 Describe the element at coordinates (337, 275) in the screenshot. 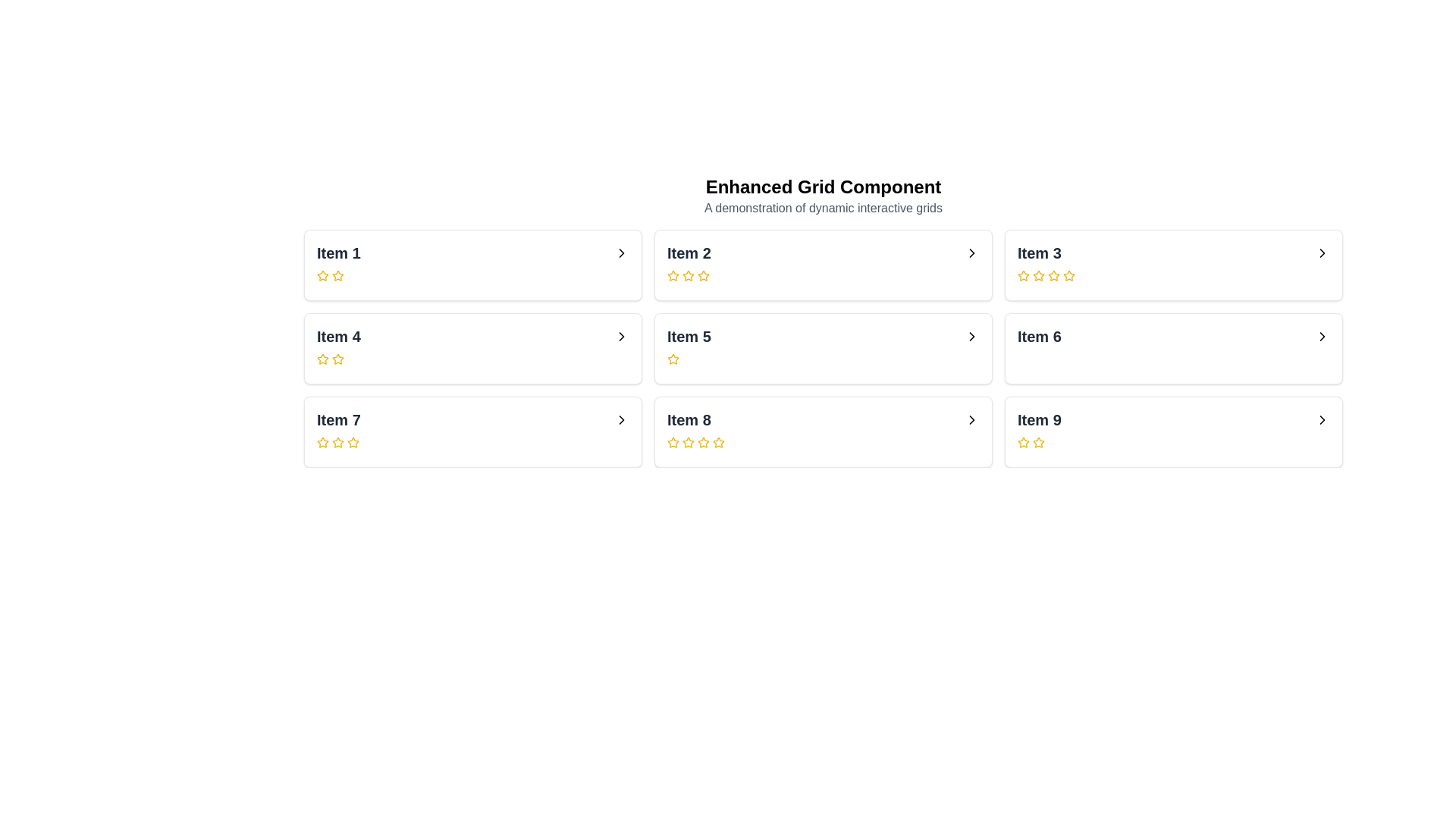

I see `the first yellow star icon for rating located directly under the 'Item 1' label using the keyboard` at that location.